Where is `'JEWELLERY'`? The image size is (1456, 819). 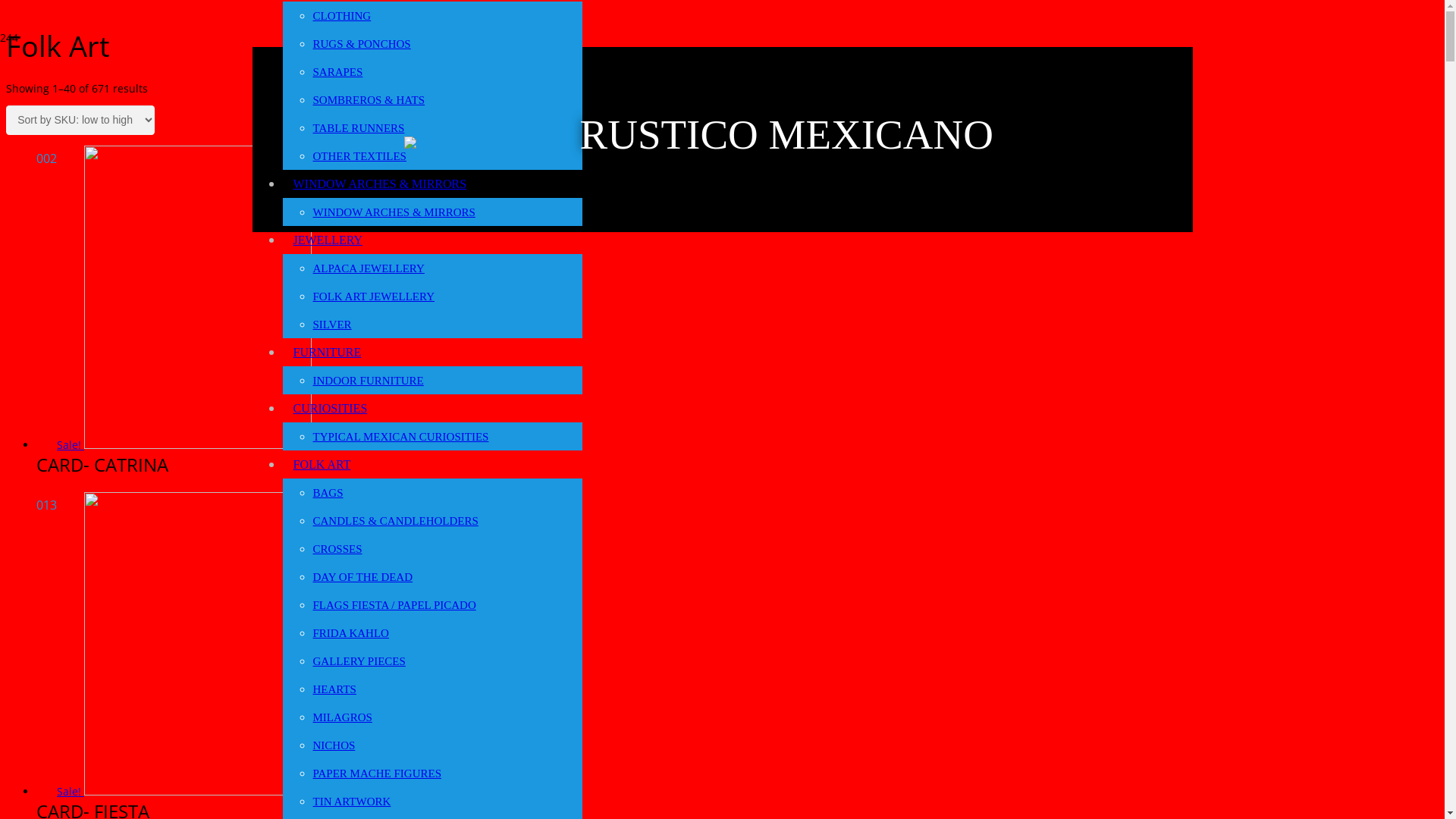 'JEWELLERY' is located at coordinates (282, 239).